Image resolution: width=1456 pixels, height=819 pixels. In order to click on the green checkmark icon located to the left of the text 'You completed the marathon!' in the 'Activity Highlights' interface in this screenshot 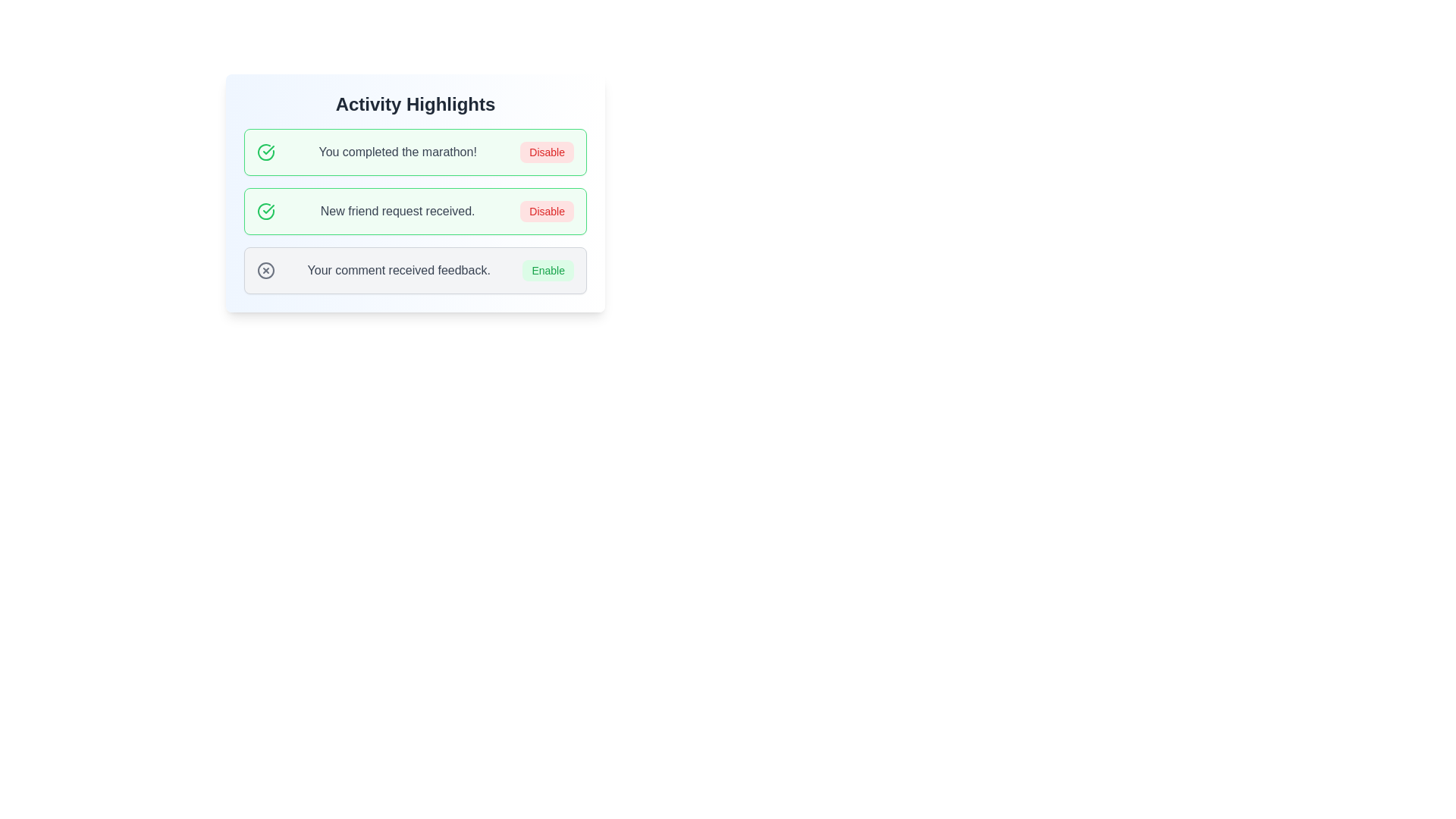, I will do `click(268, 209)`.